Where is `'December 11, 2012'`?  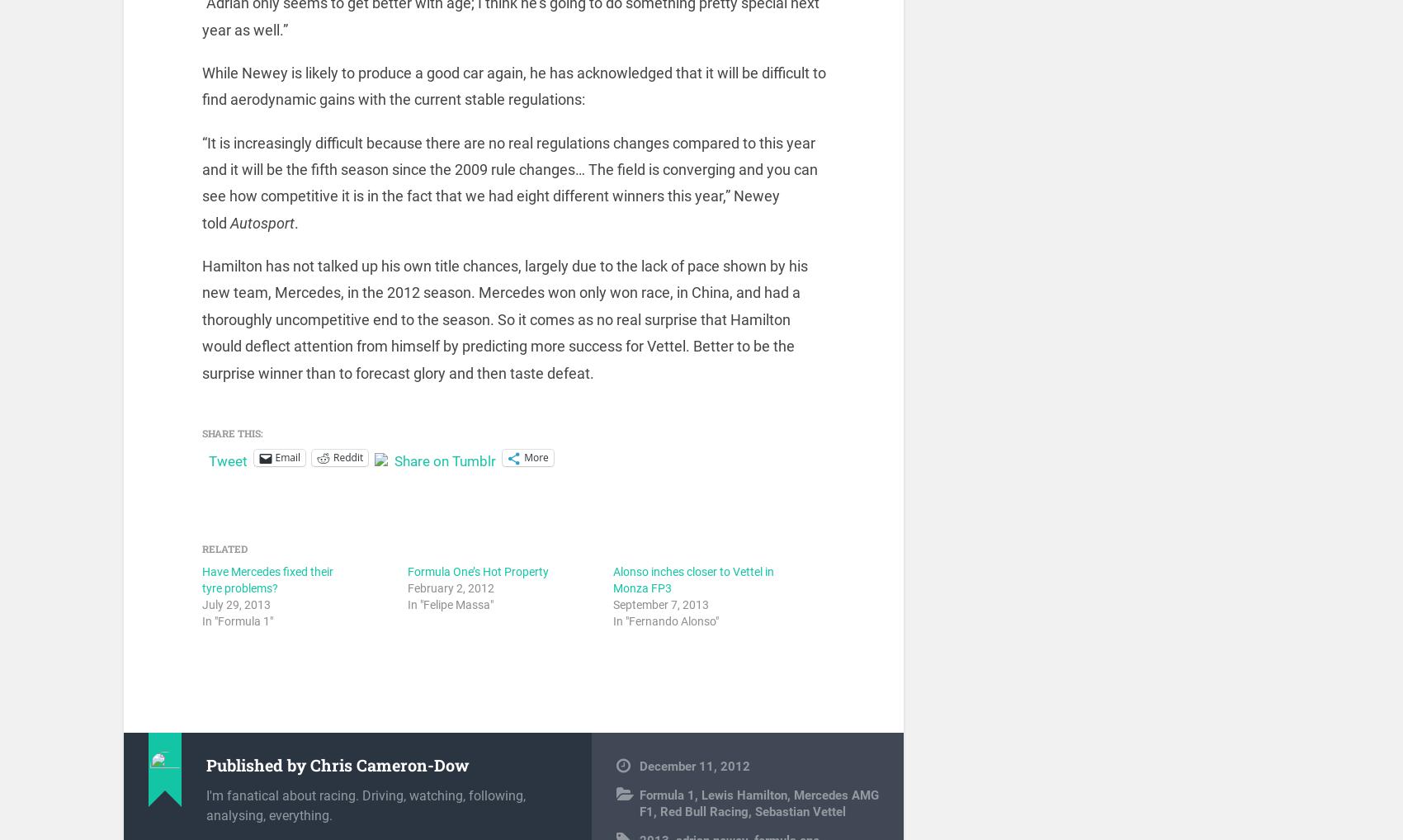
'December 11, 2012' is located at coordinates (694, 776).